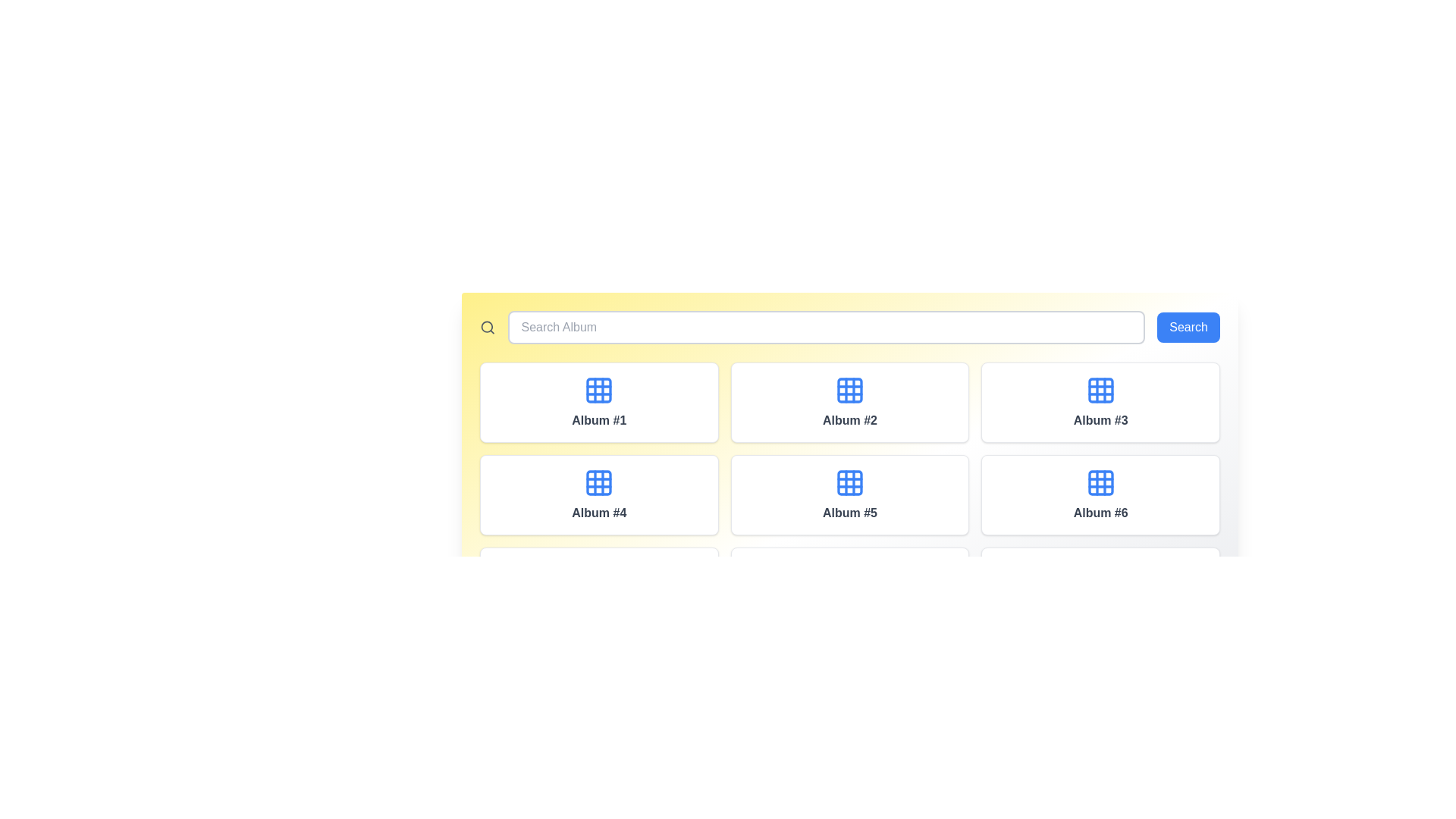 The height and width of the screenshot is (819, 1456). Describe the element at coordinates (1100, 390) in the screenshot. I see `the album icon located above the 'Album #3' text in the upper-center portion of the album card grid` at that location.